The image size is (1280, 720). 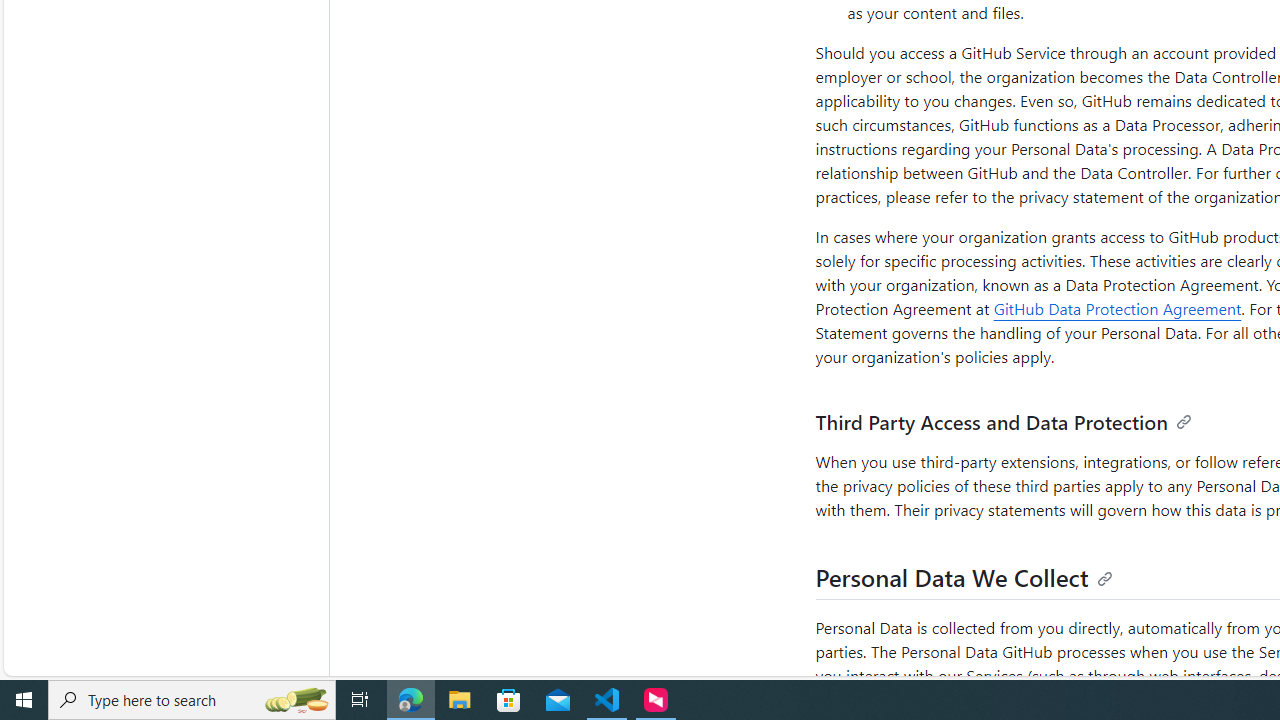 What do you see at coordinates (1116, 308) in the screenshot?
I see `'GitHub Data Protection Agreement'` at bounding box center [1116, 308].